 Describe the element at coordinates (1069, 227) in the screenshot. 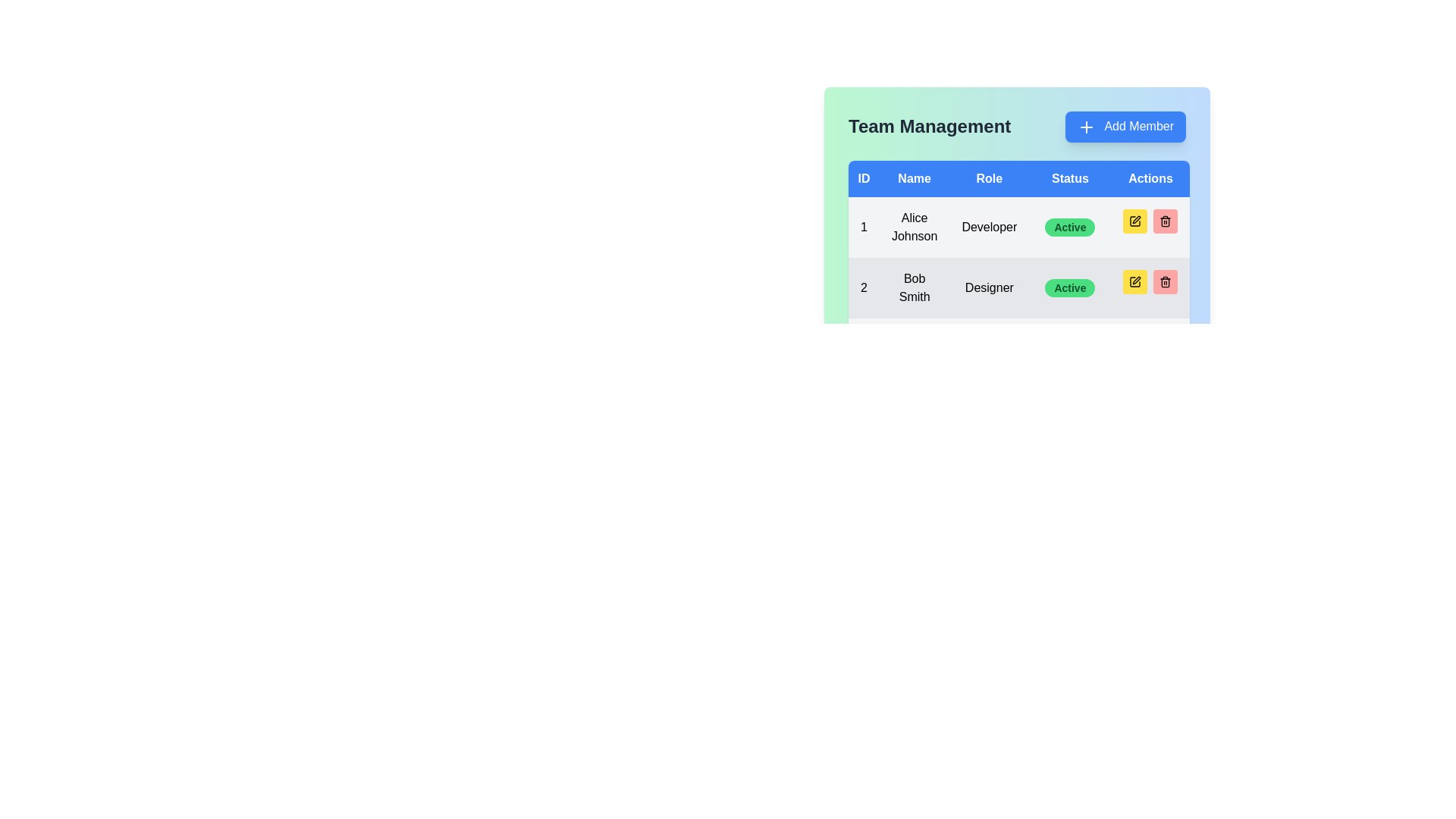

I see `the 'Active' status badge with a green background, indicating that Alice Johnson is currently active` at that location.